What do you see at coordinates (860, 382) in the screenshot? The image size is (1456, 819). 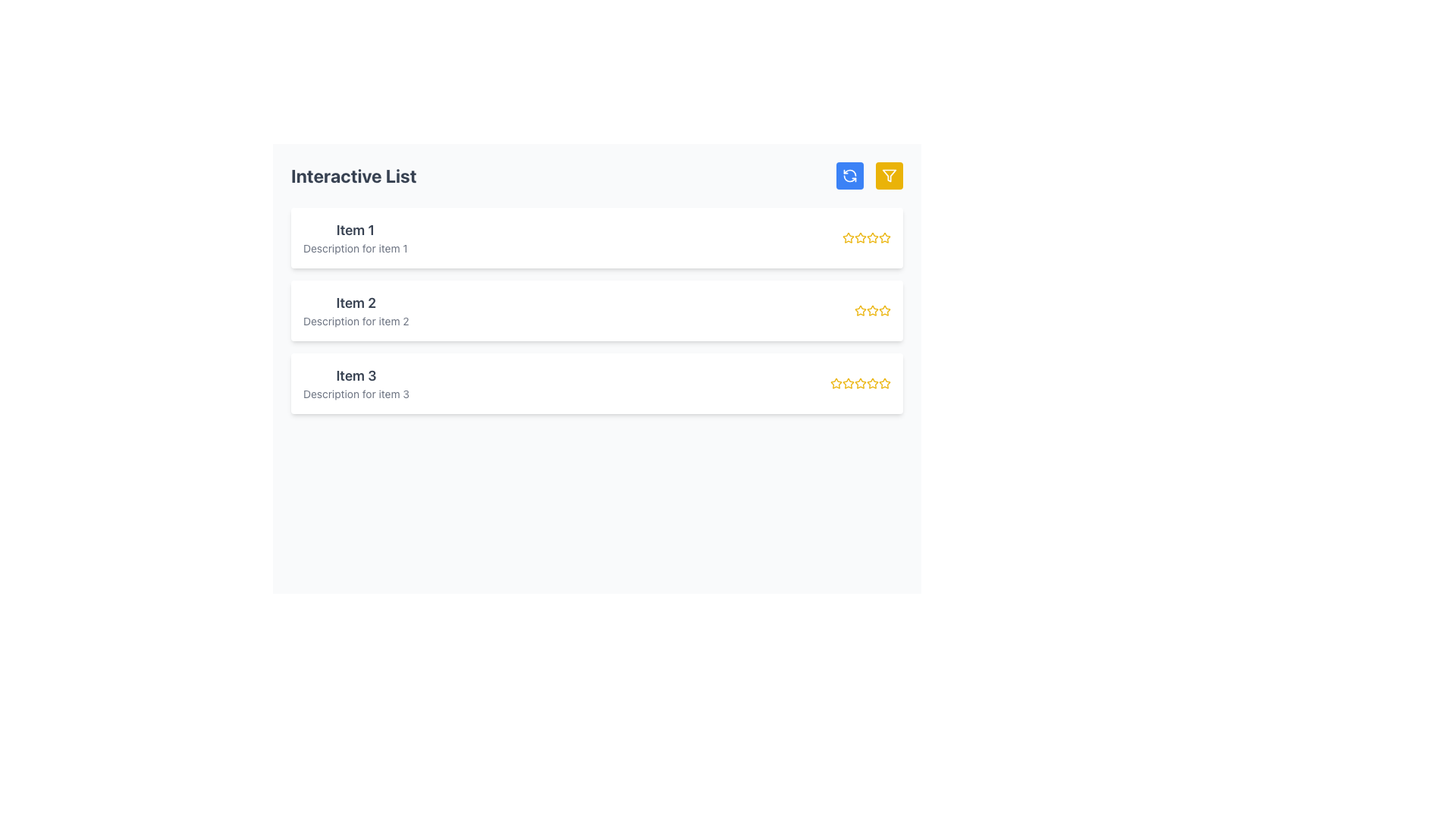 I see `the third yellow star icon` at bounding box center [860, 382].